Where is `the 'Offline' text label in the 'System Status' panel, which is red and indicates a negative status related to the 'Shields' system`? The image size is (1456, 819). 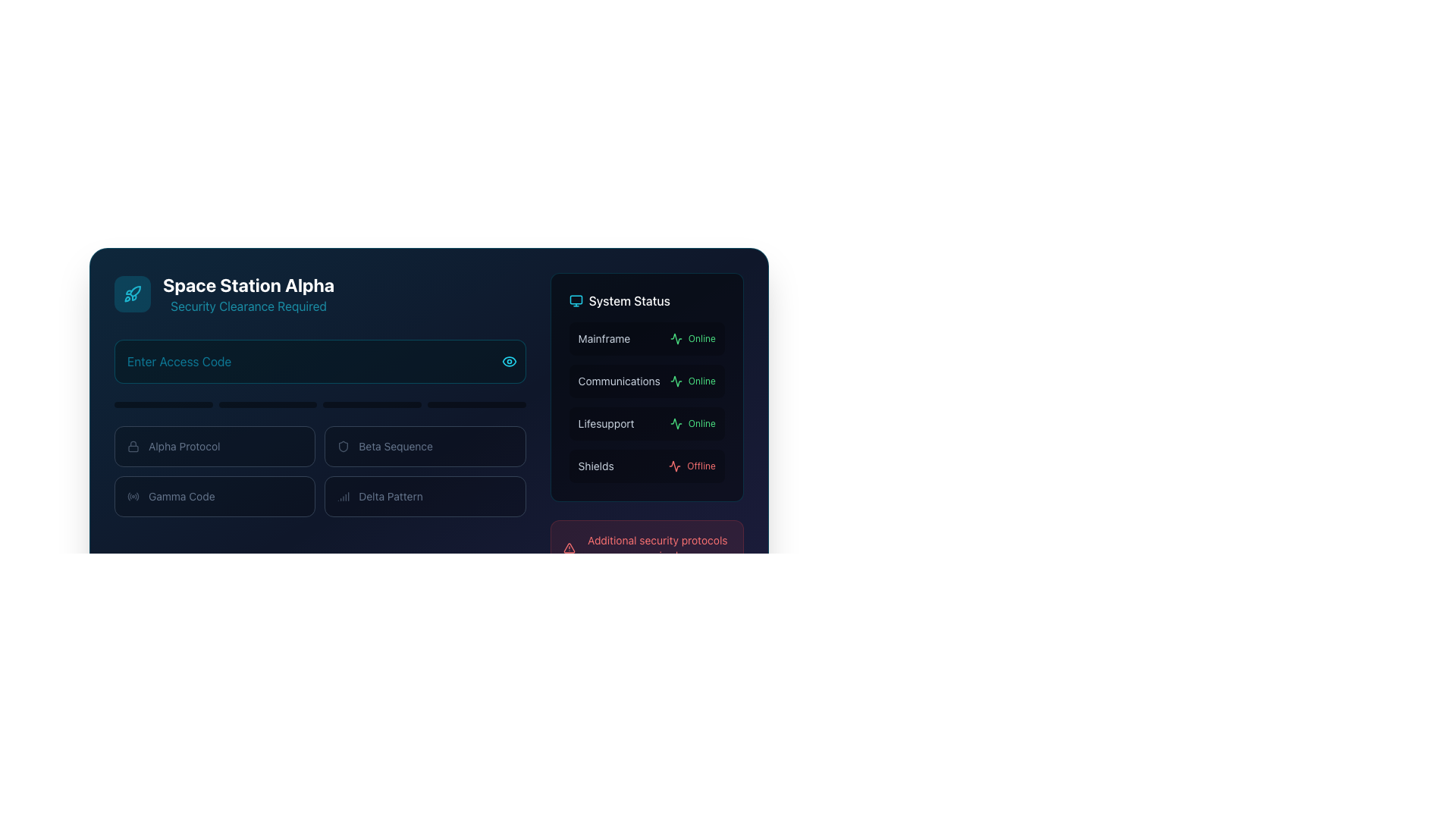 the 'Offline' text label in the 'System Status' panel, which is red and indicates a negative status related to the 'Shields' system is located at coordinates (701, 465).